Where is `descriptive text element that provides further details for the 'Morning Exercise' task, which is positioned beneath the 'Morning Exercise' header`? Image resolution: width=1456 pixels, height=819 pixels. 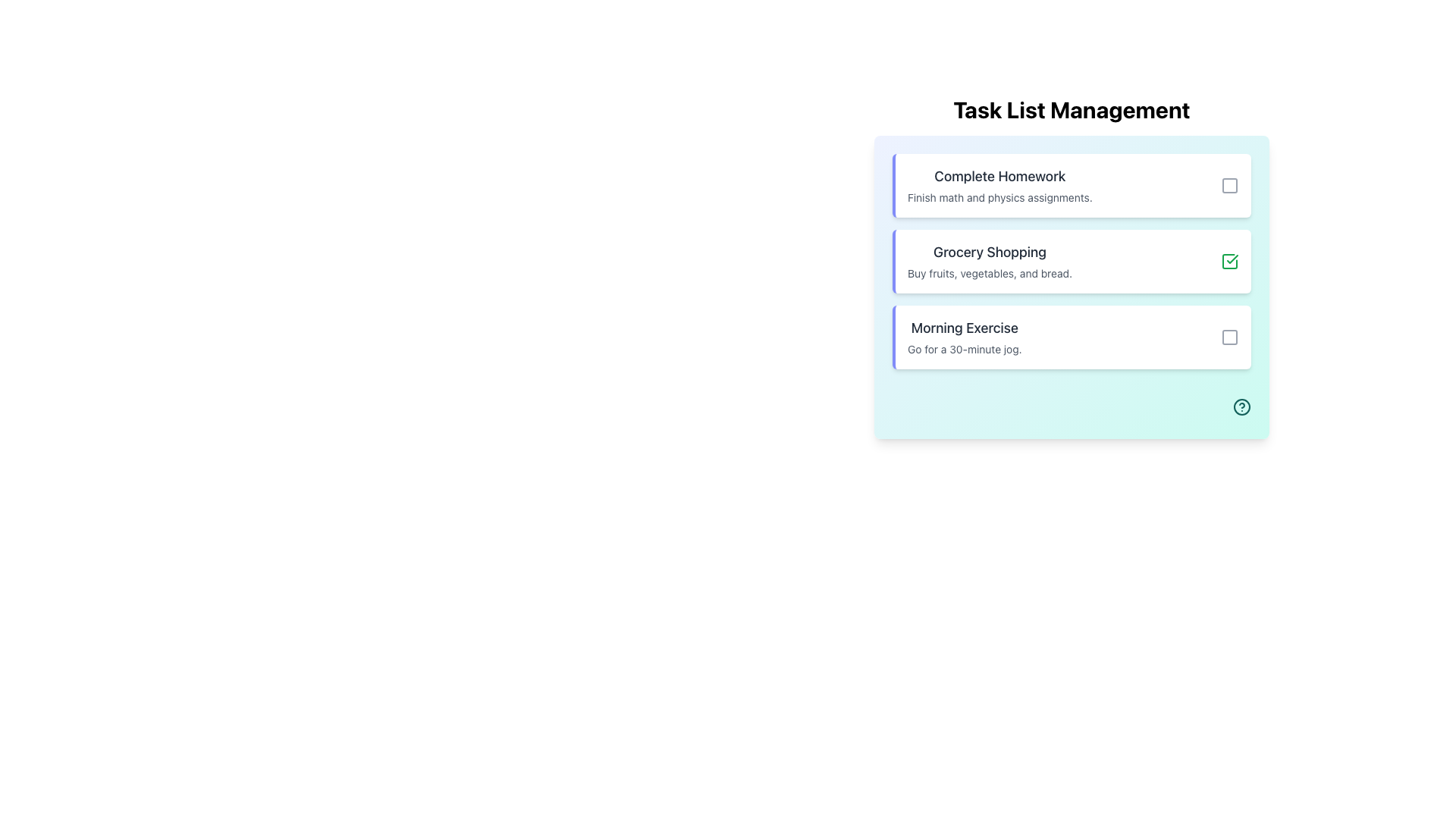 descriptive text element that provides further details for the 'Morning Exercise' task, which is positioned beneath the 'Morning Exercise' header is located at coordinates (964, 350).